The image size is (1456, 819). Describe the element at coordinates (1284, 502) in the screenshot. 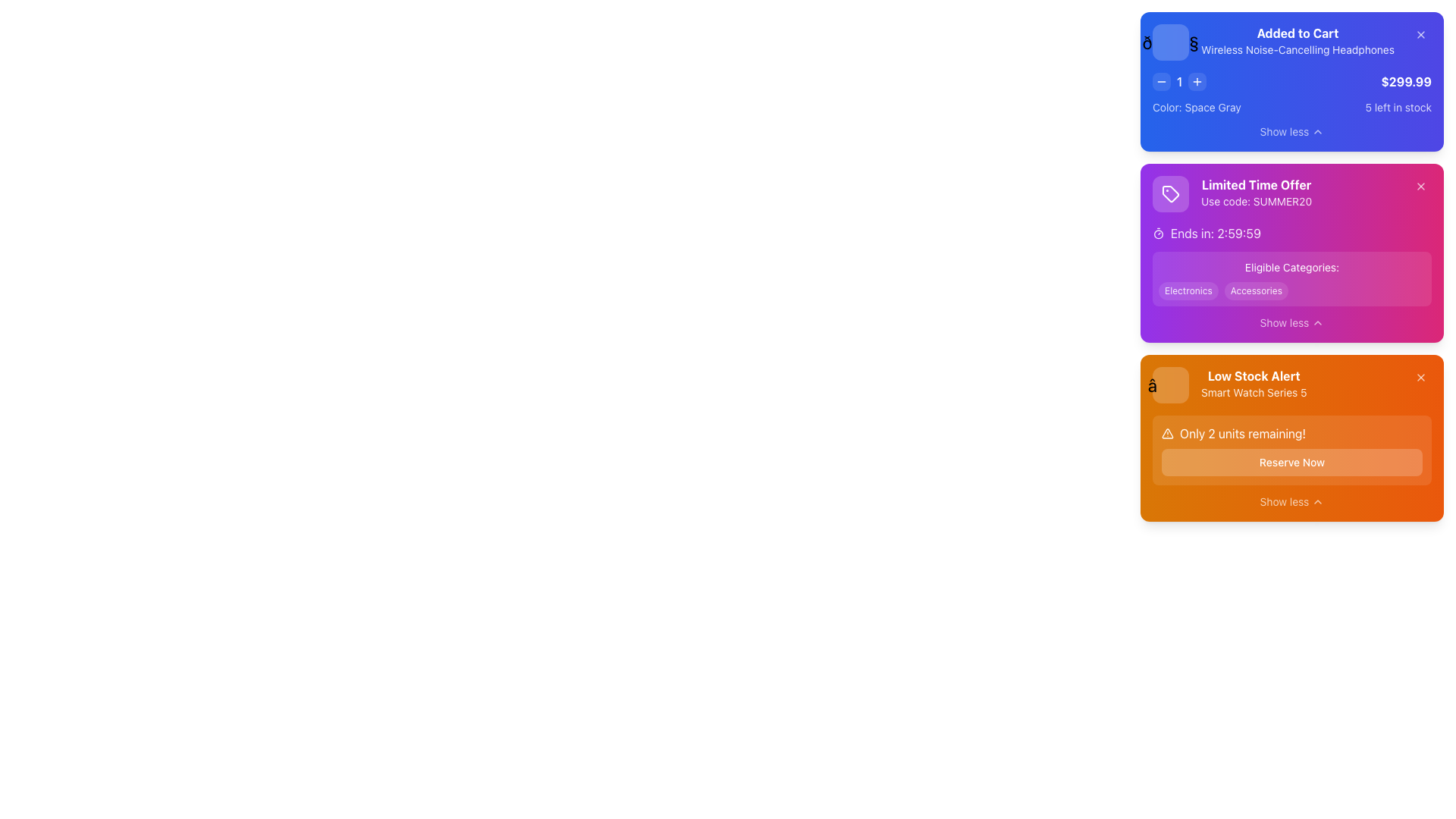

I see `the button located in the orange notification panel at the bottom of the layout` at that location.